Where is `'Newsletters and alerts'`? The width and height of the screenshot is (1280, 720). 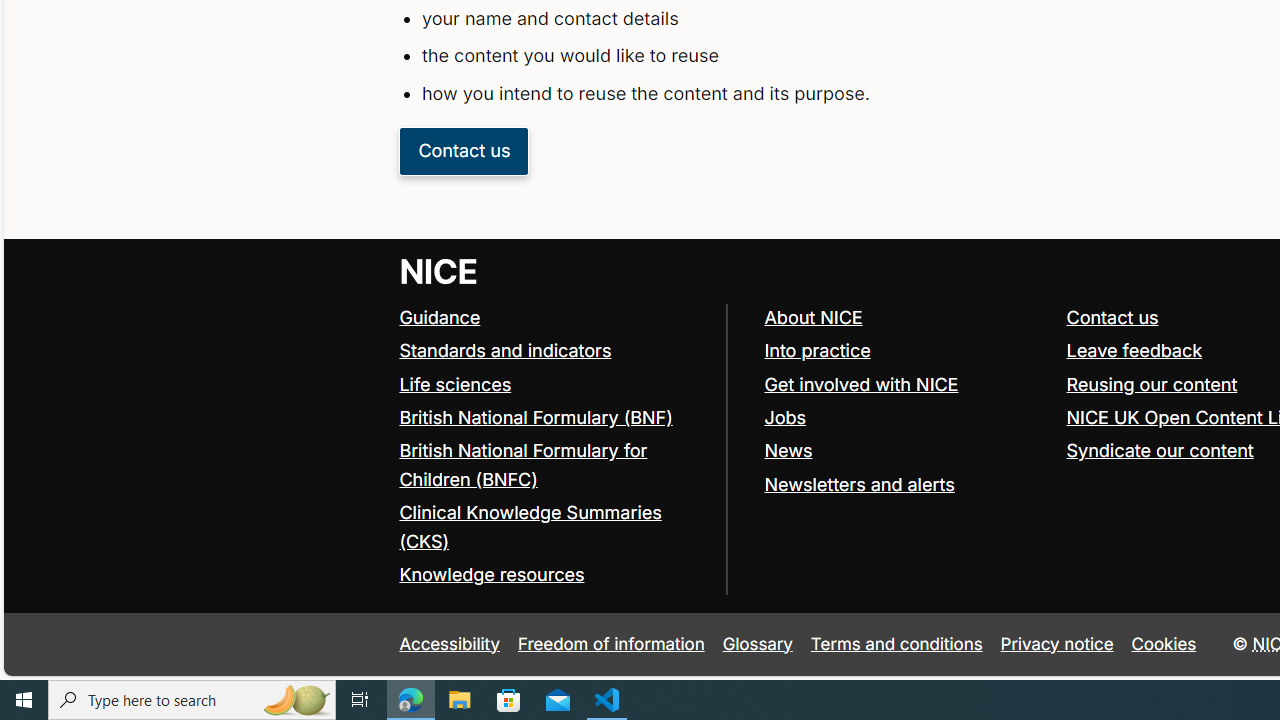
'Newsletters and alerts' is located at coordinates (859, 484).